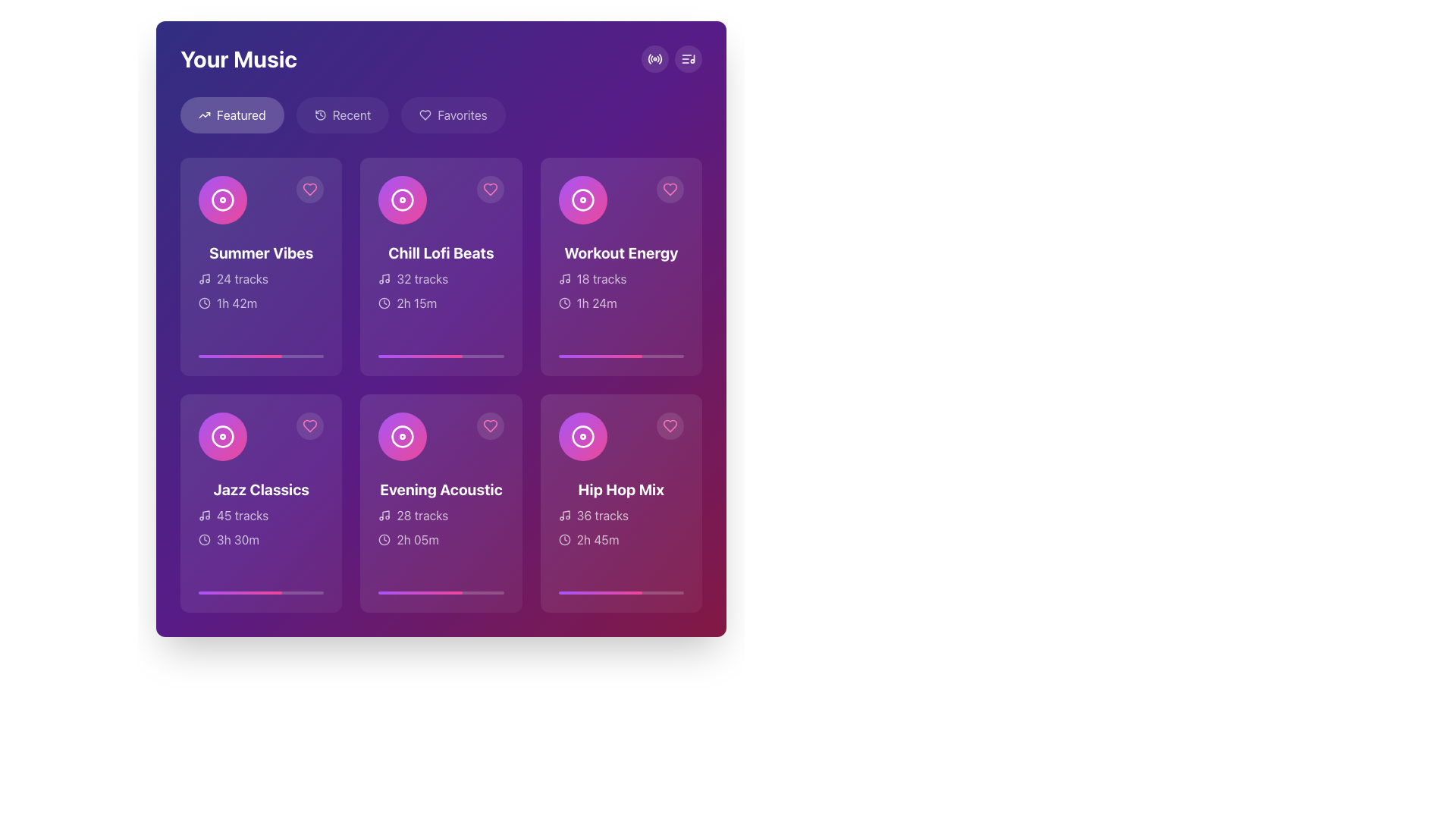 The width and height of the screenshot is (1456, 819). I want to click on the visual significance of the 'Featured' icon, which is the first element in the button group located at the top-left of the interface, so click(203, 114).